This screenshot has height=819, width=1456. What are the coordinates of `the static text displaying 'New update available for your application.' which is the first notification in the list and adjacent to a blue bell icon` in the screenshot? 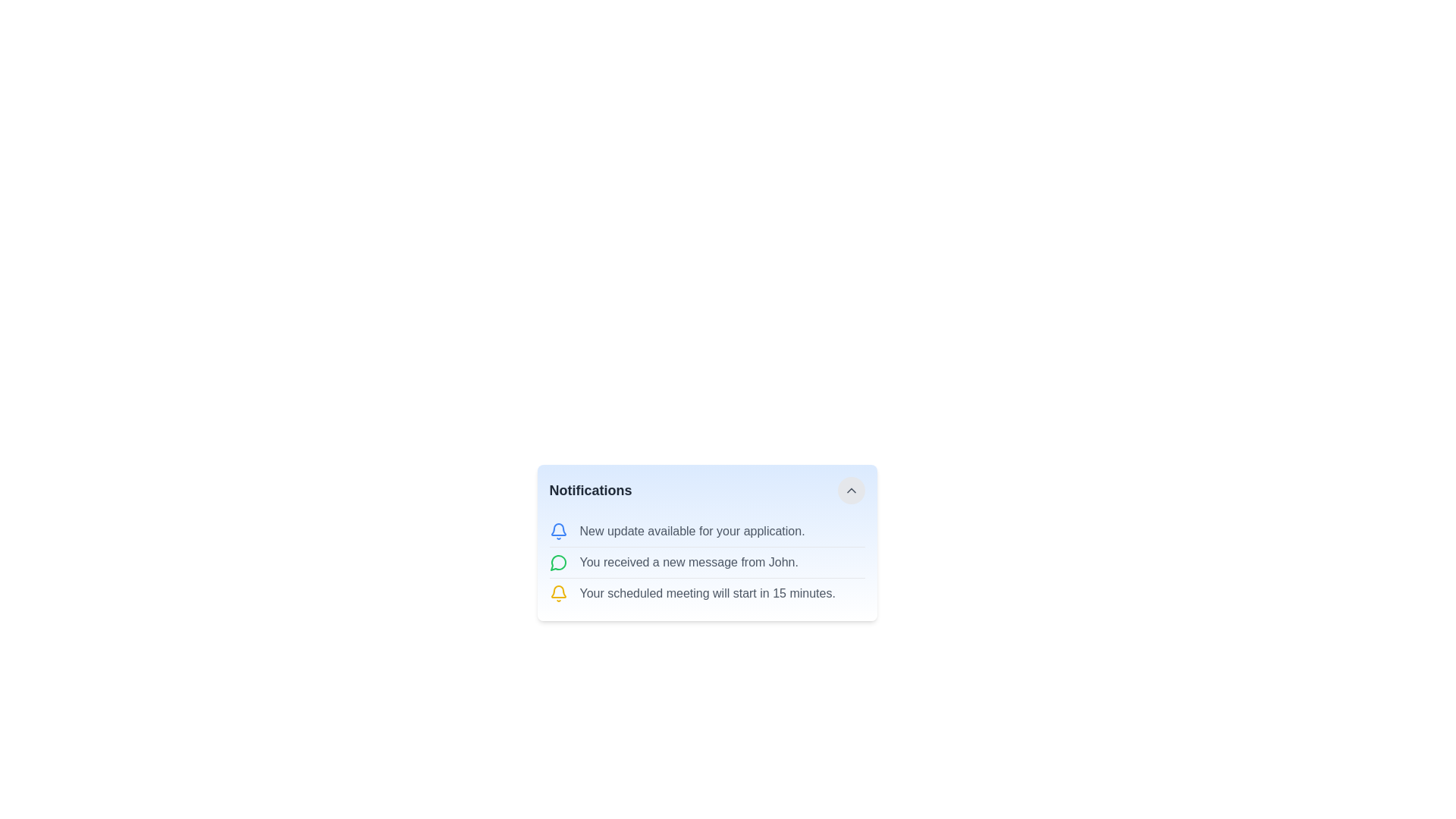 It's located at (691, 531).